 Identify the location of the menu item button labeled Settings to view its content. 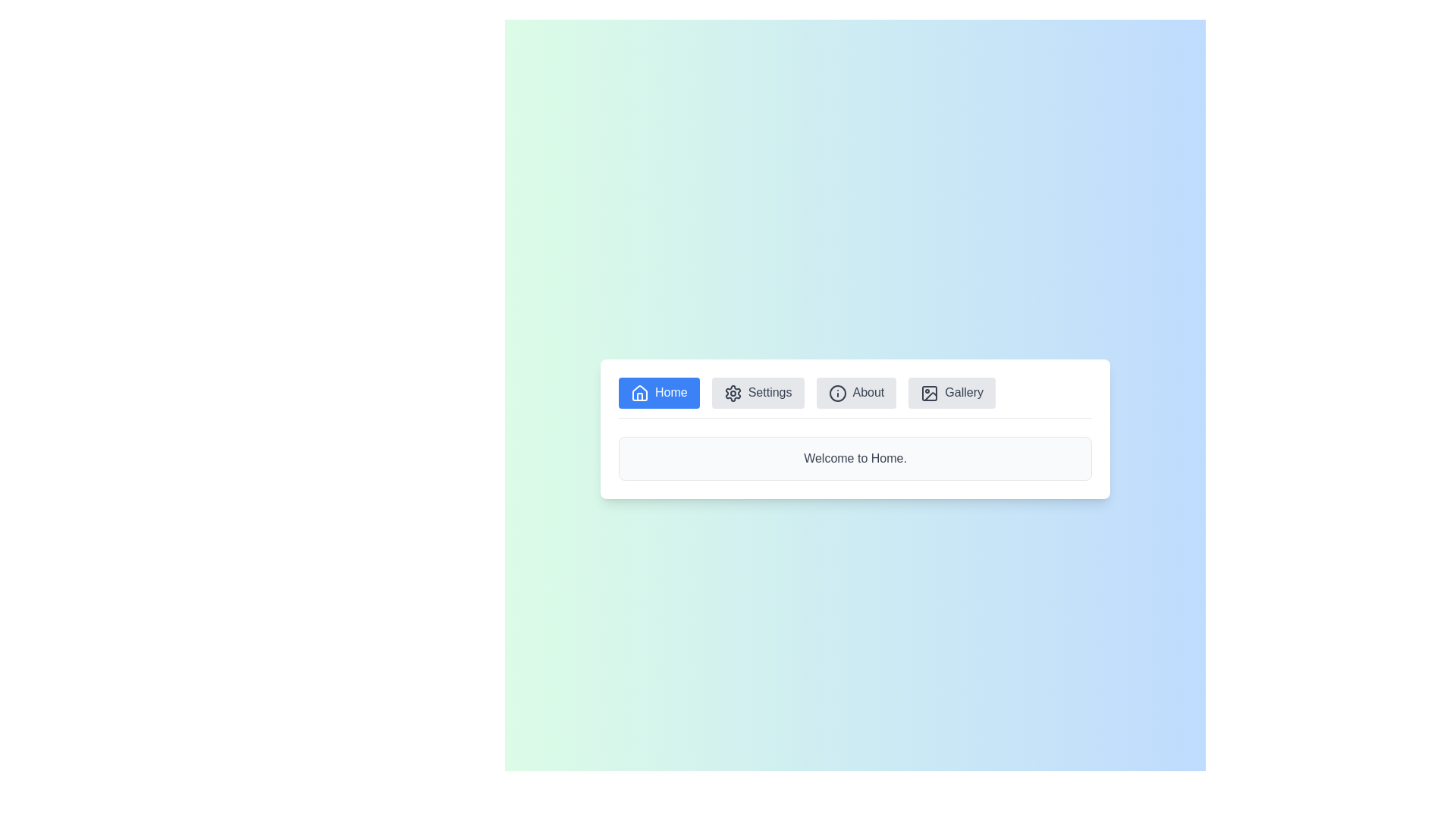
(758, 392).